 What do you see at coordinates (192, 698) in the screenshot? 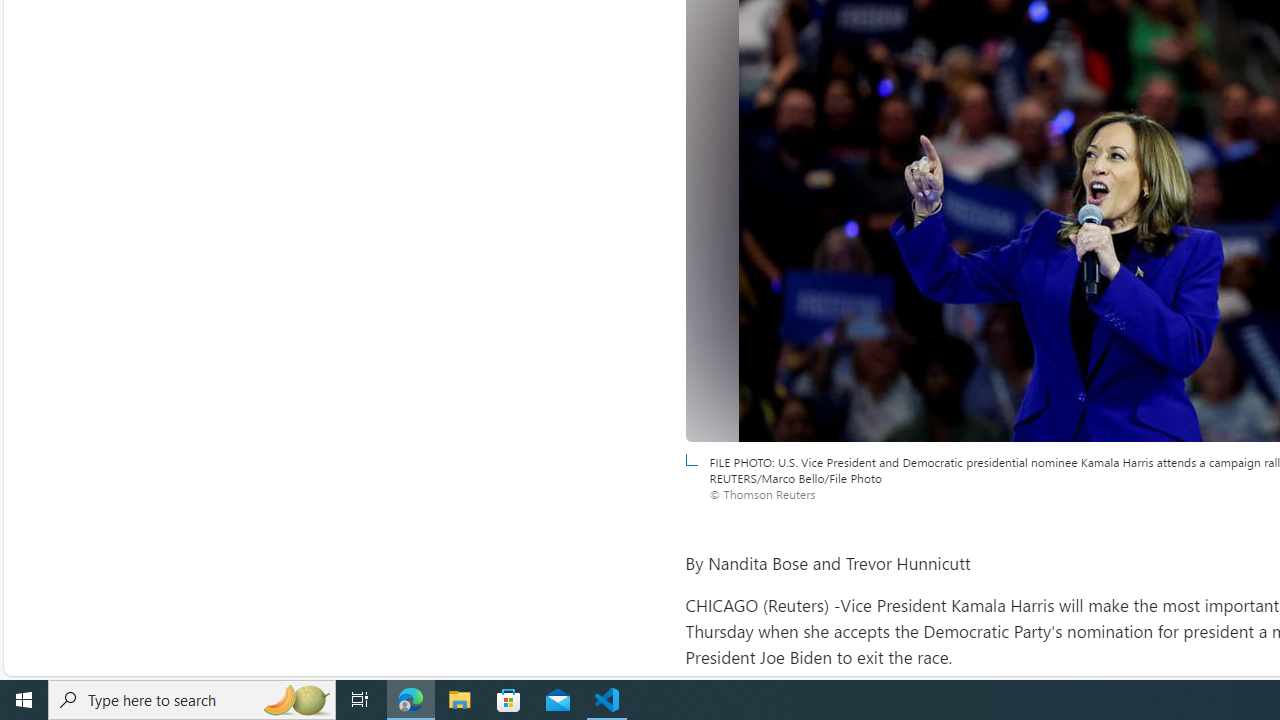
I see `'Type here to search'` at bounding box center [192, 698].